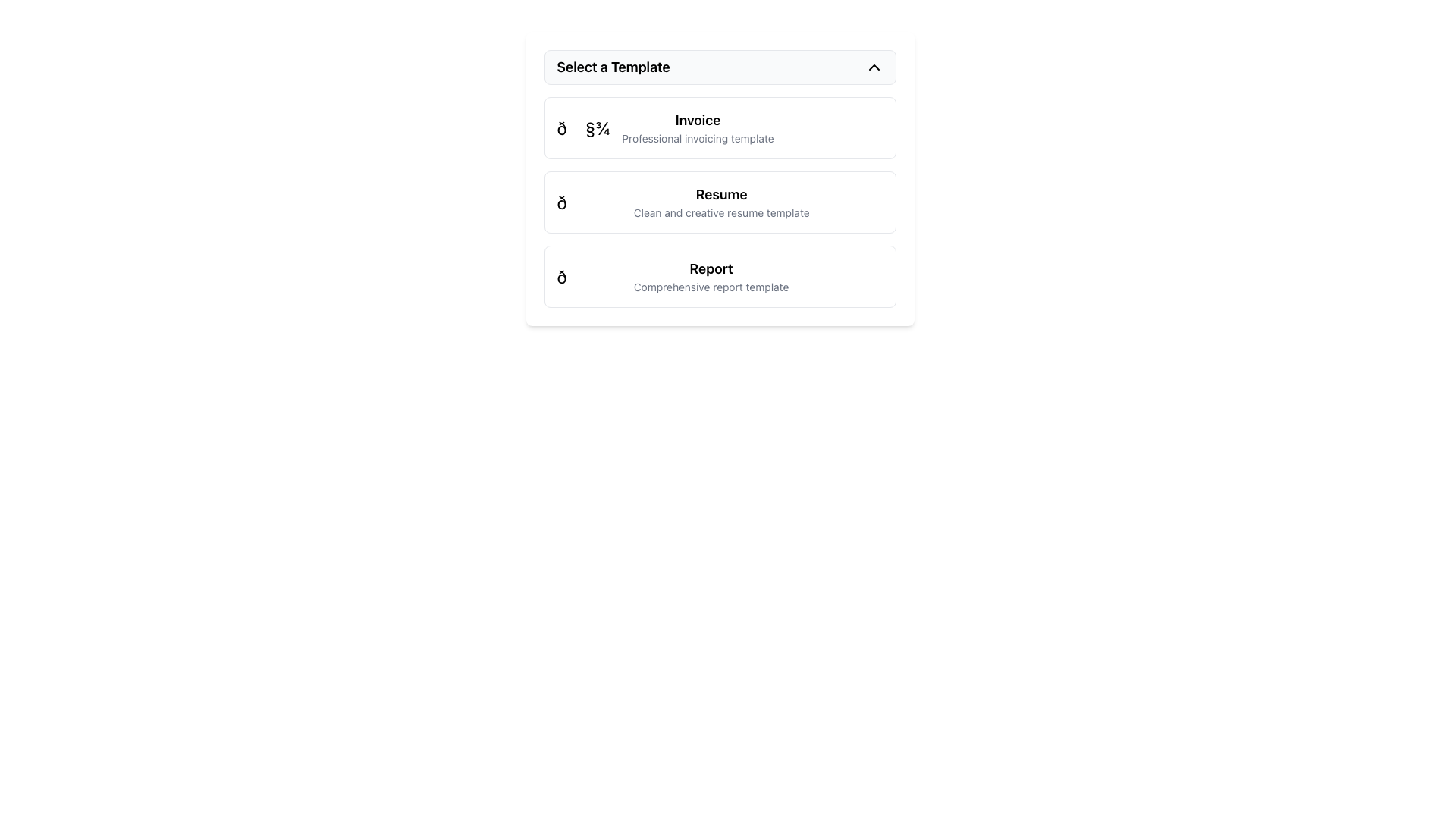  Describe the element at coordinates (697, 127) in the screenshot. I see `descriptive text label guiding the selection of the 'Invoice' template, which is the first item in the list of template options located below the 'Select a Template' heading` at that location.